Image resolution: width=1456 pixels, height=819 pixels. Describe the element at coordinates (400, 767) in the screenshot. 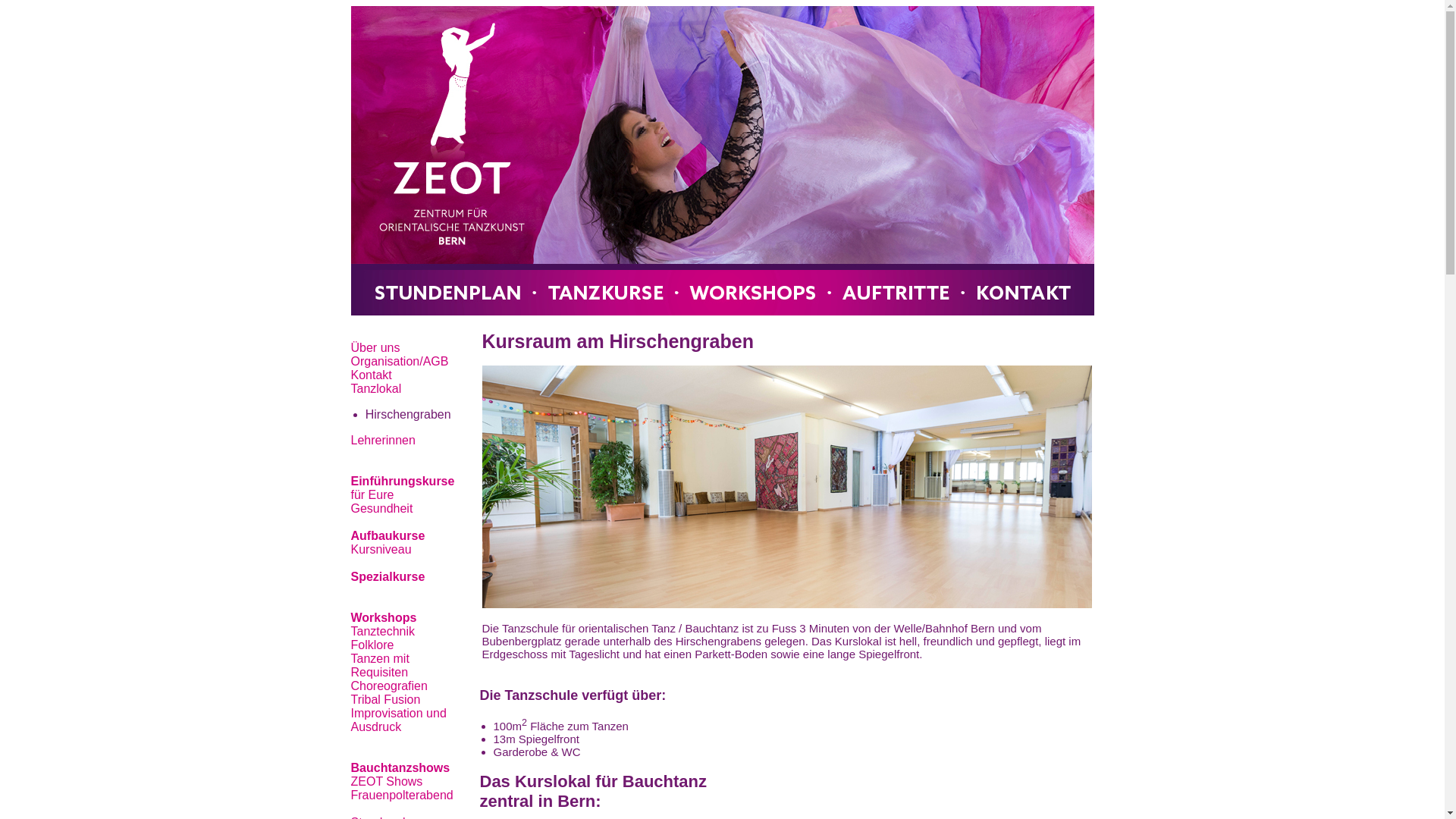

I see `'Bauchtanzshows'` at that location.